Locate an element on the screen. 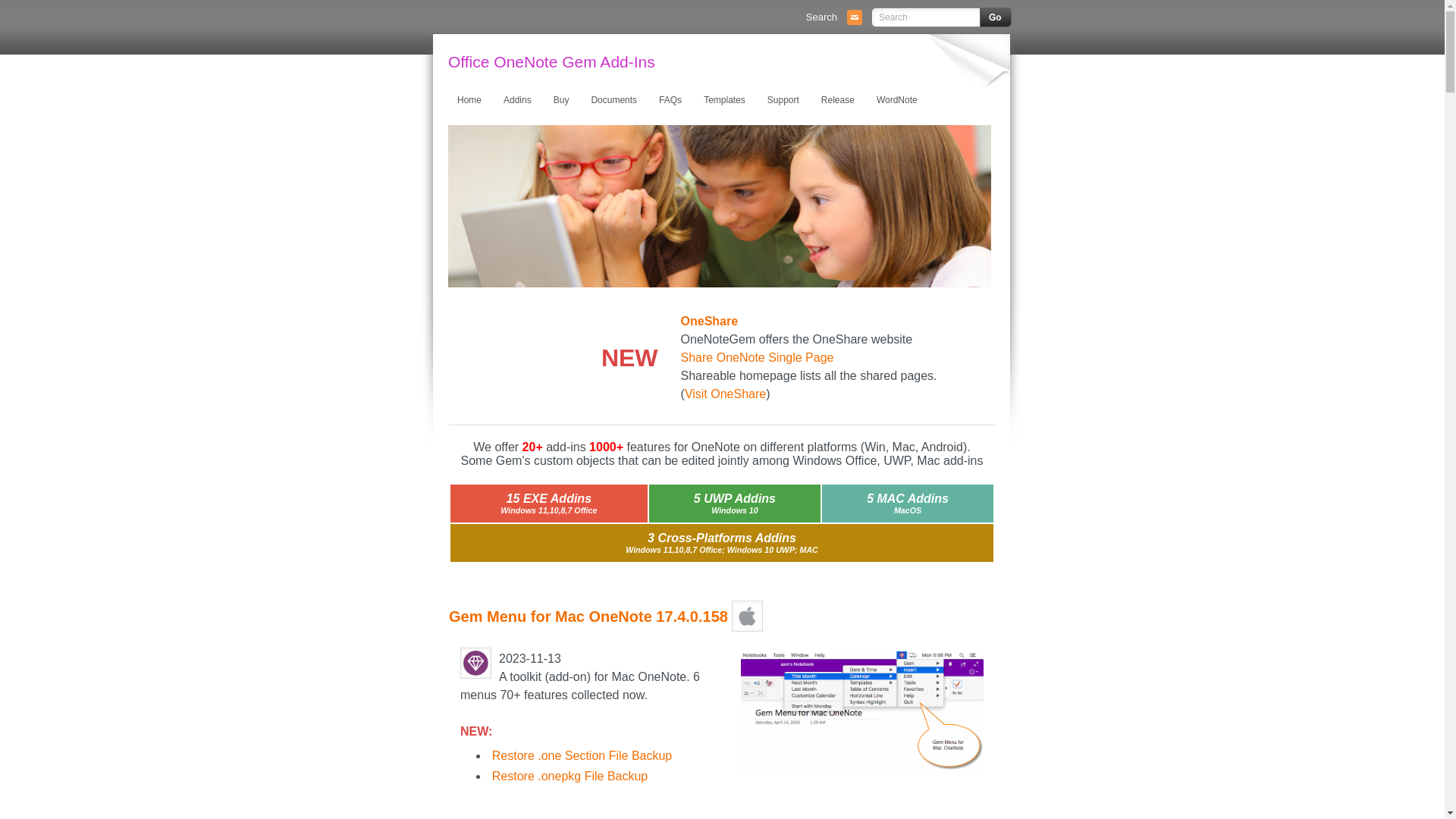 This screenshot has height=819, width=1456. 'Buy' is located at coordinates (560, 99).